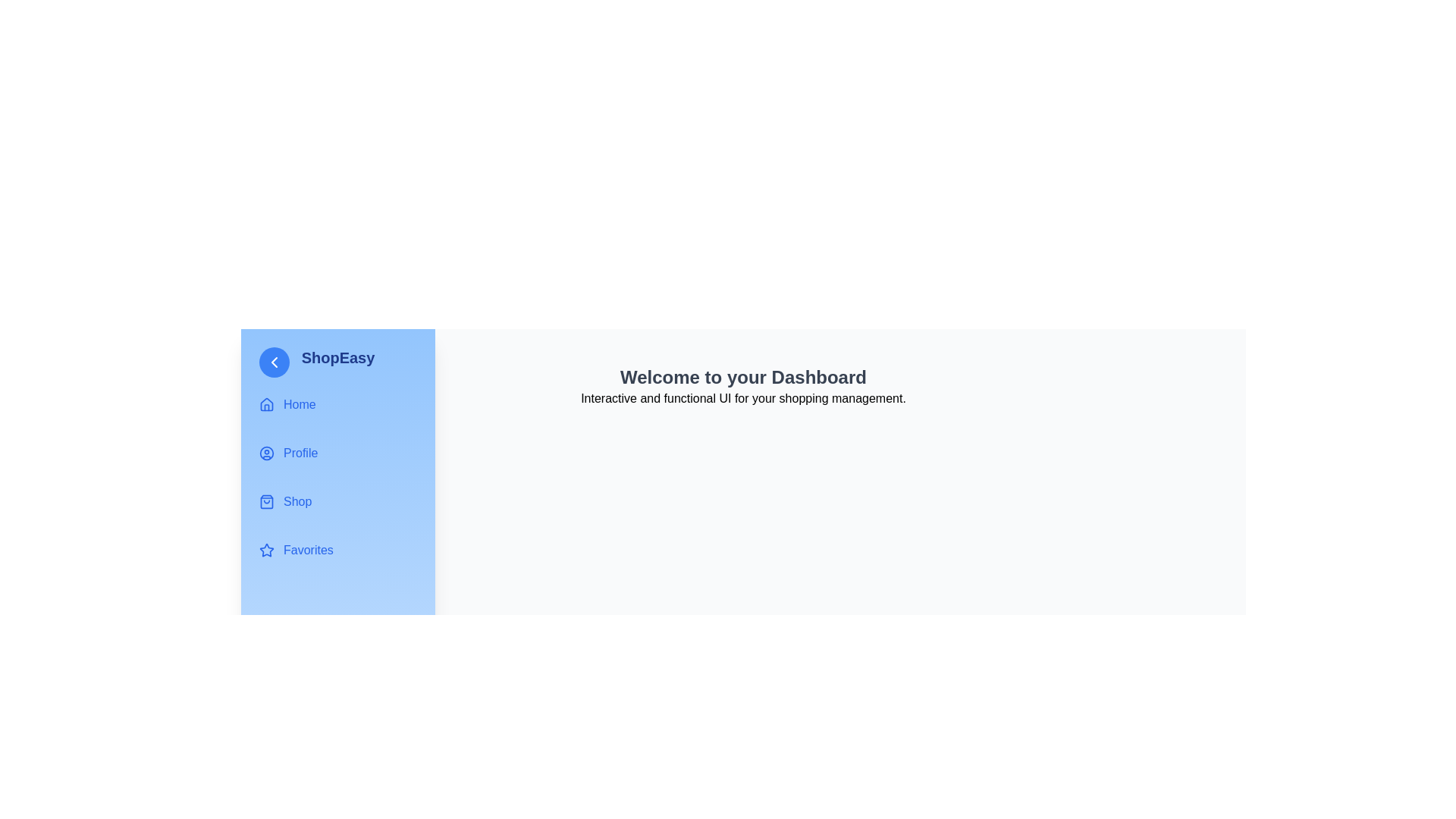 The height and width of the screenshot is (819, 1456). I want to click on the 'Favorites' icon located at the bottom of the menu list, to the left of the text label 'Favorites', so click(266, 550).